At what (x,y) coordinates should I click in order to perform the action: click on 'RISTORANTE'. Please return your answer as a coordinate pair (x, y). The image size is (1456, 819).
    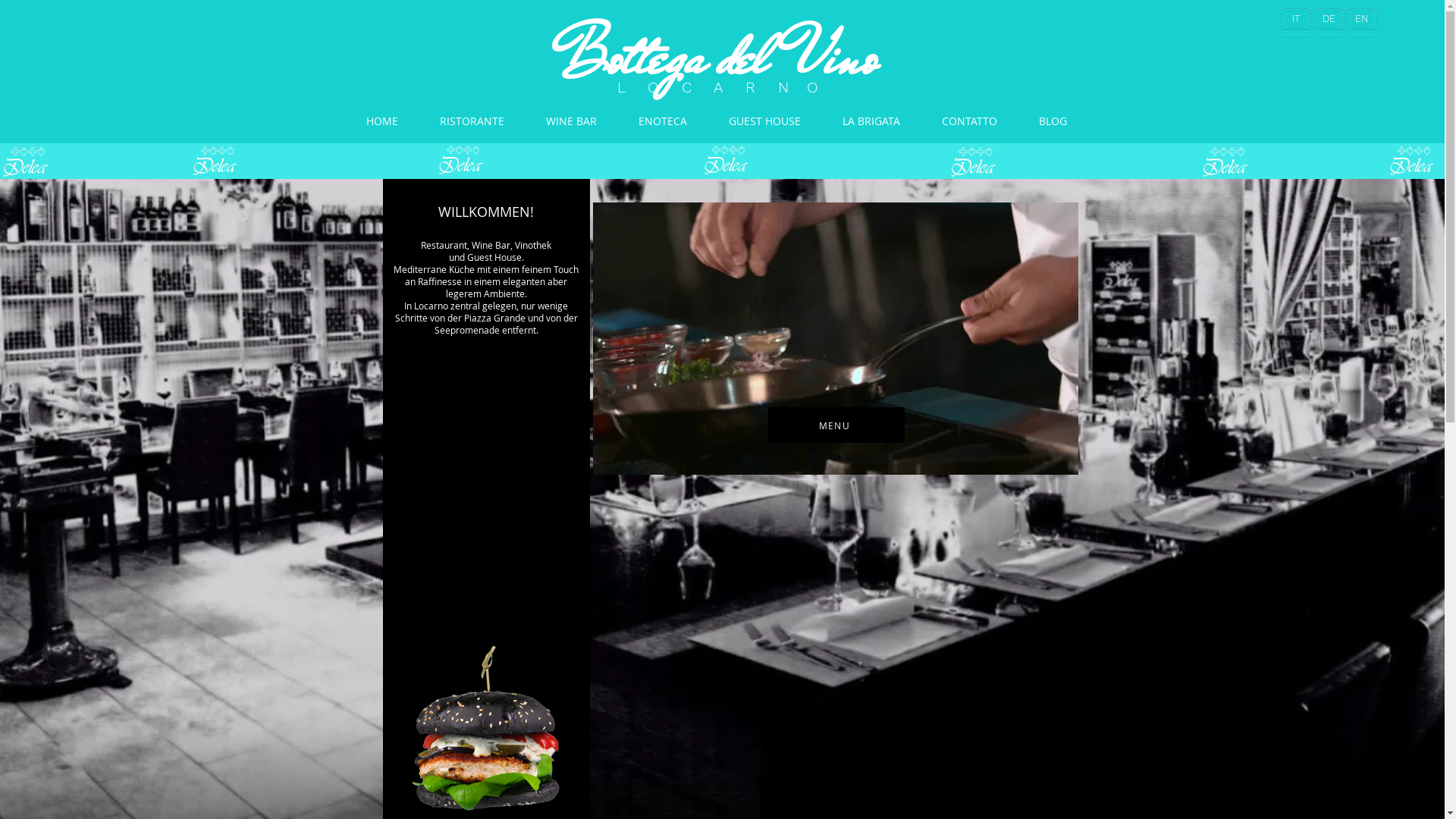
    Looking at the image, I should click on (471, 120).